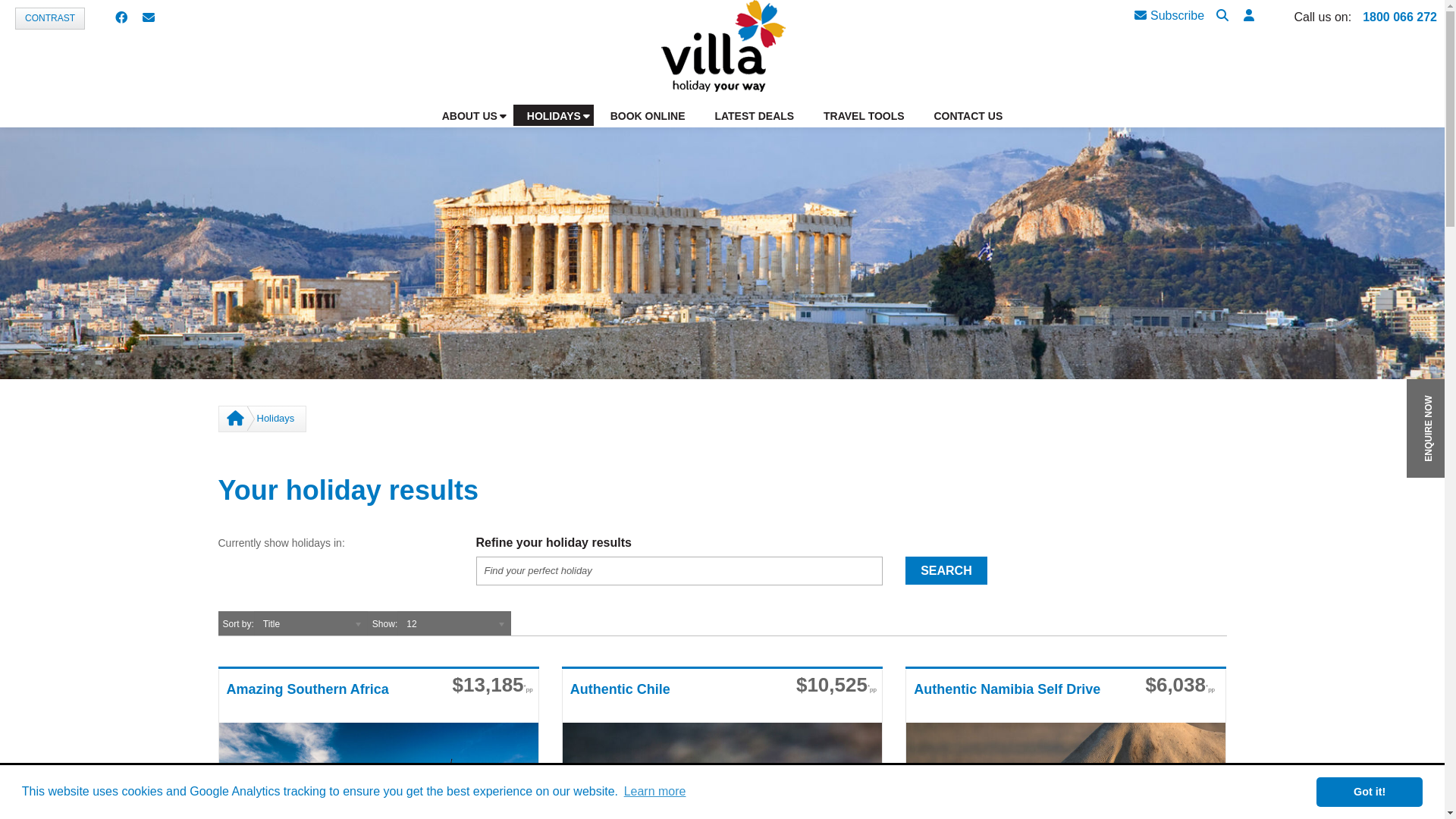 This screenshot has width=1456, height=819. I want to click on 'Search', so click(1222, 16).